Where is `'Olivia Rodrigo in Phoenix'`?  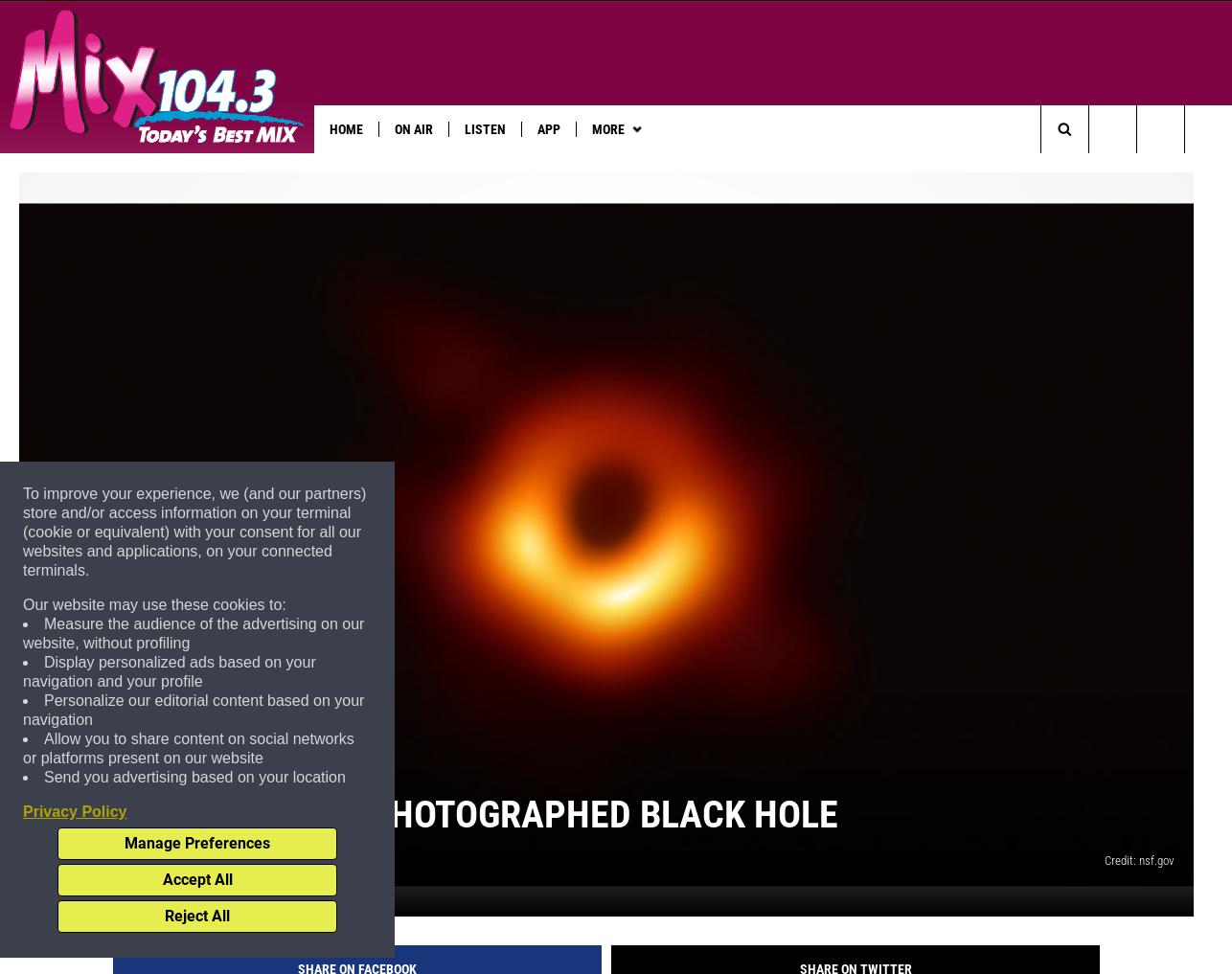
'Olivia Rodrigo in Phoenix' is located at coordinates (811, 169).